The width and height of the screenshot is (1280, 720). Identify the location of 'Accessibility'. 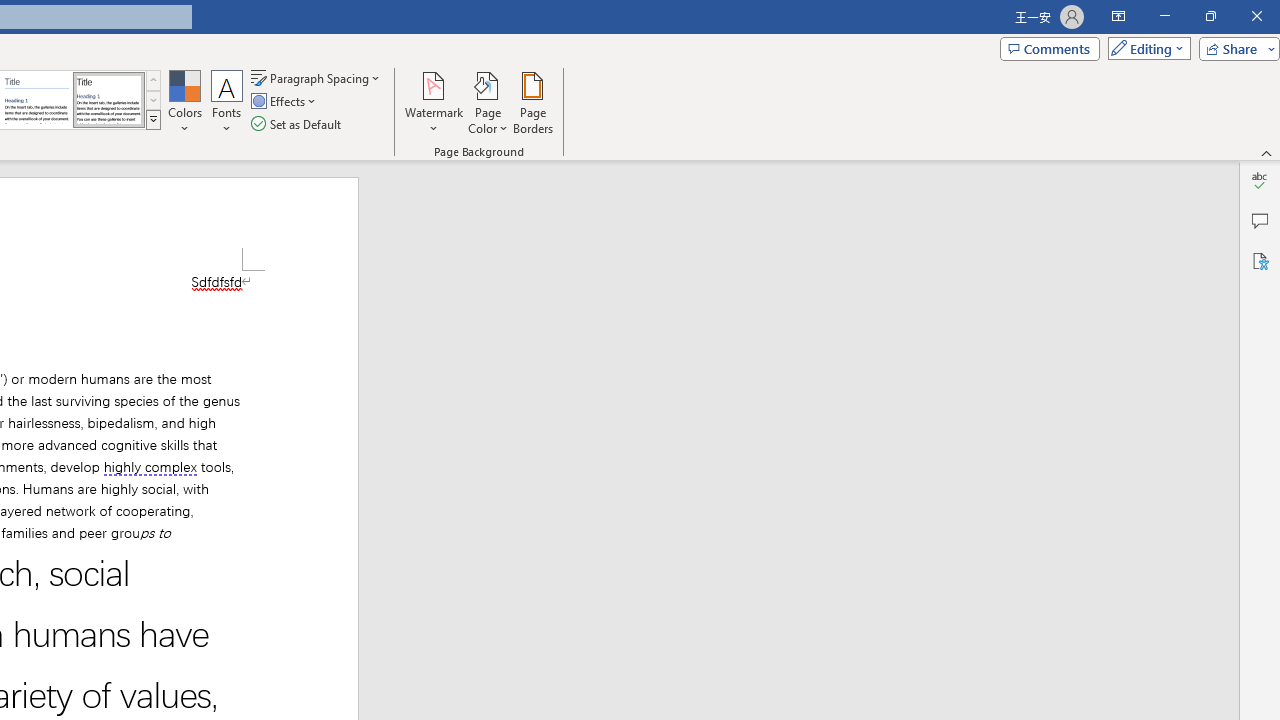
(1259, 260).